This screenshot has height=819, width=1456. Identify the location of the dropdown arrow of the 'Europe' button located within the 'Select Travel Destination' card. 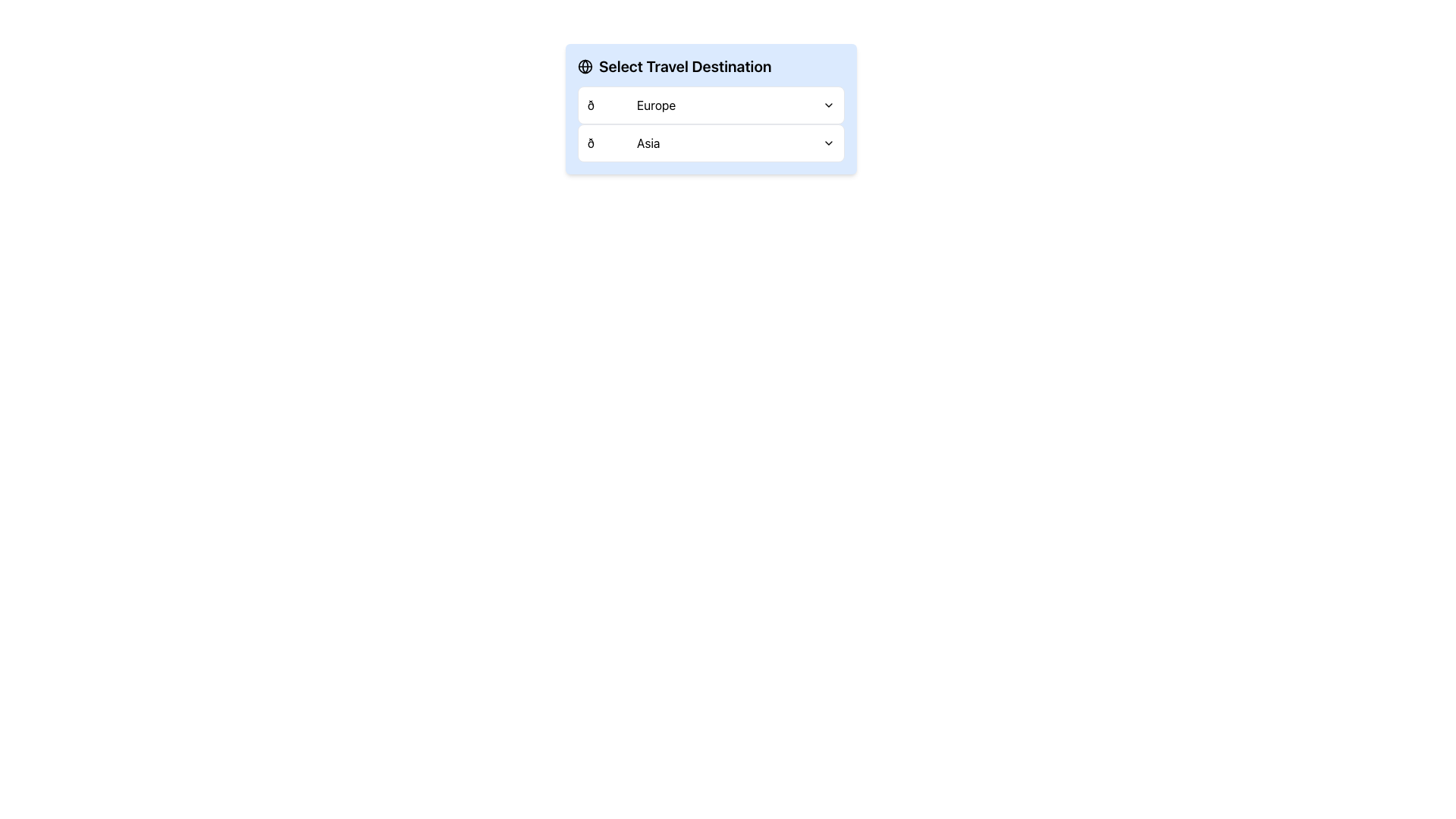
(710, 104).